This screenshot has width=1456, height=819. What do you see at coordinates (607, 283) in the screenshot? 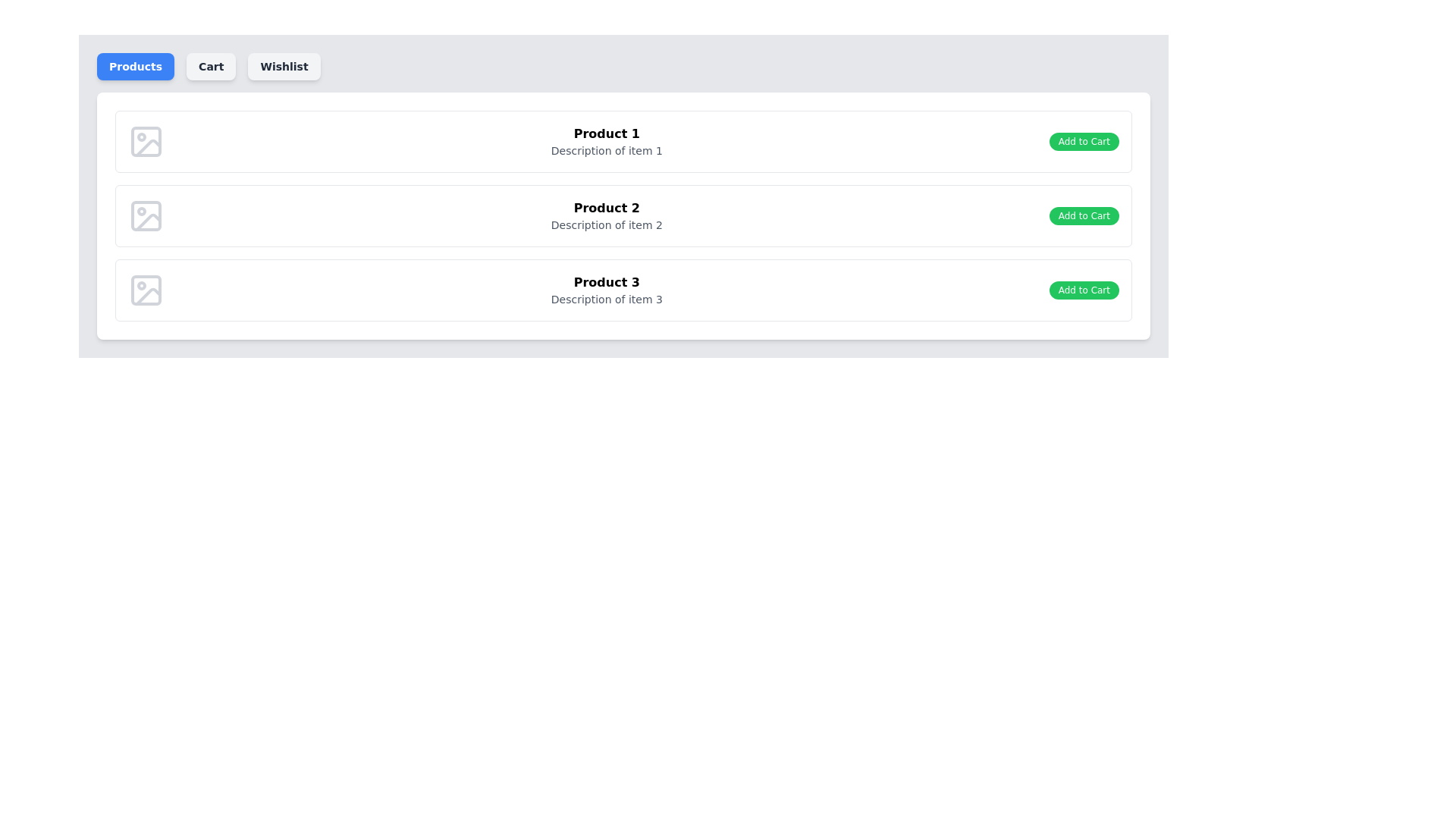
I see `the bold text heading that acts as the title for the third product in the vertical list` at bounding box center [607, 283].